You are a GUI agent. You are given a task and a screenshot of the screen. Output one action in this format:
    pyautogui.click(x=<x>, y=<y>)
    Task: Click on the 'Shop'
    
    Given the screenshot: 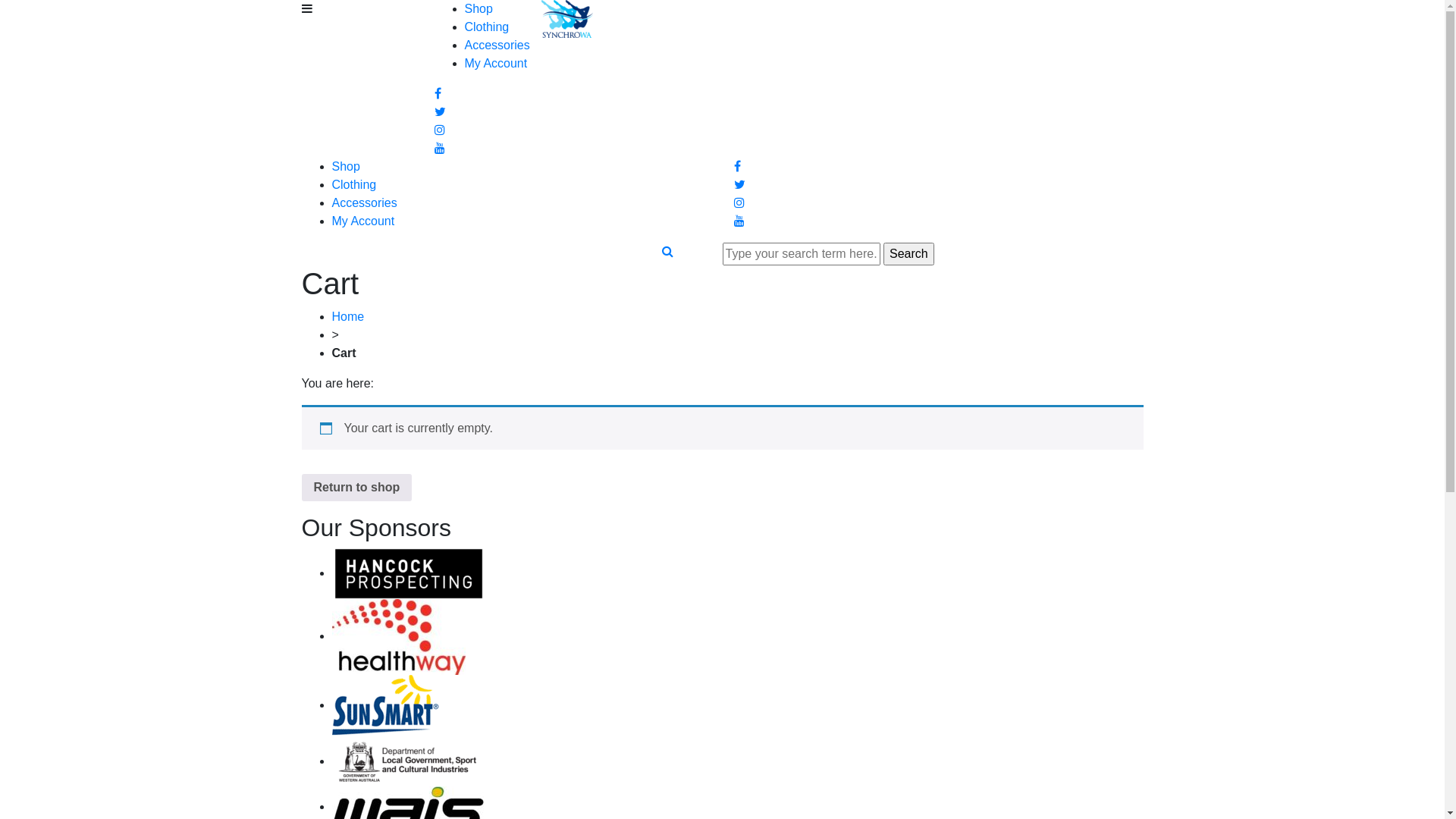 What is the action you would take?
    pyautogui.click(x=345, y=166)
    